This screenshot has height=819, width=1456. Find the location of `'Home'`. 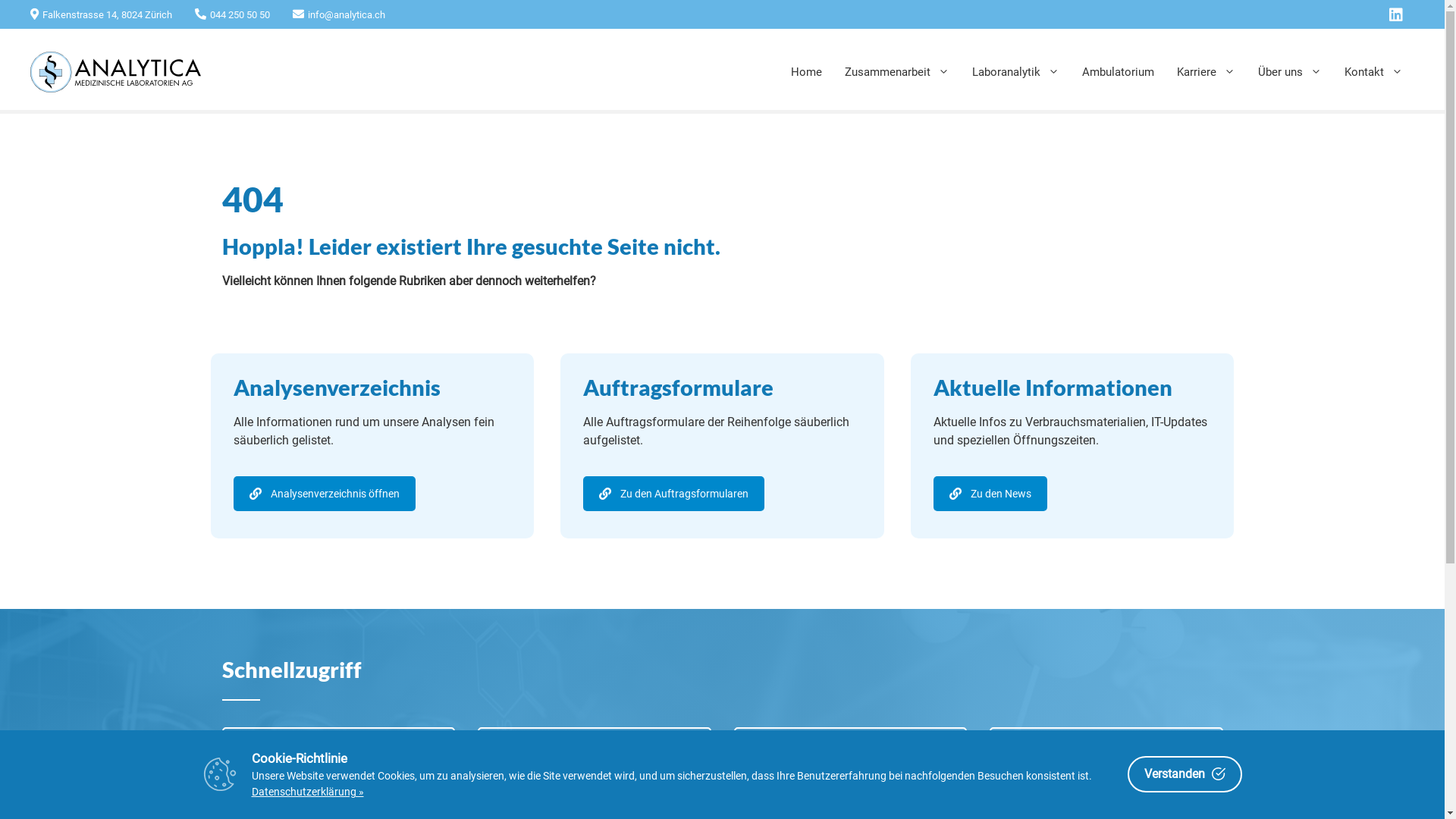

'Home' is located at coordinates (805, 72).